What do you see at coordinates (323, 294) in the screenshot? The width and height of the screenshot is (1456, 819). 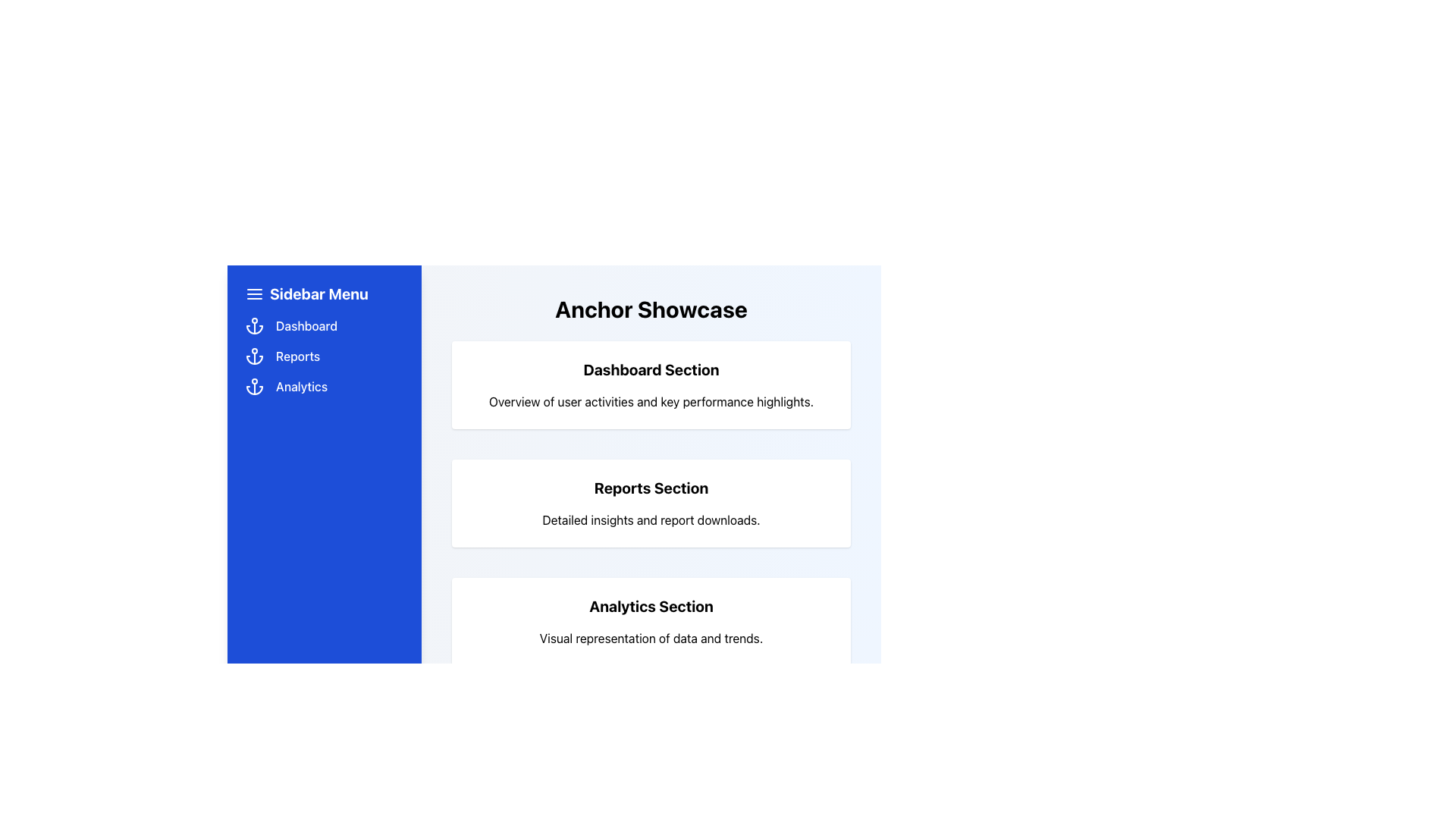 I see `the header with icon in the blue sidebar, which serves as a title indicating the menu's context to the user` at bounding box center [323, 294].